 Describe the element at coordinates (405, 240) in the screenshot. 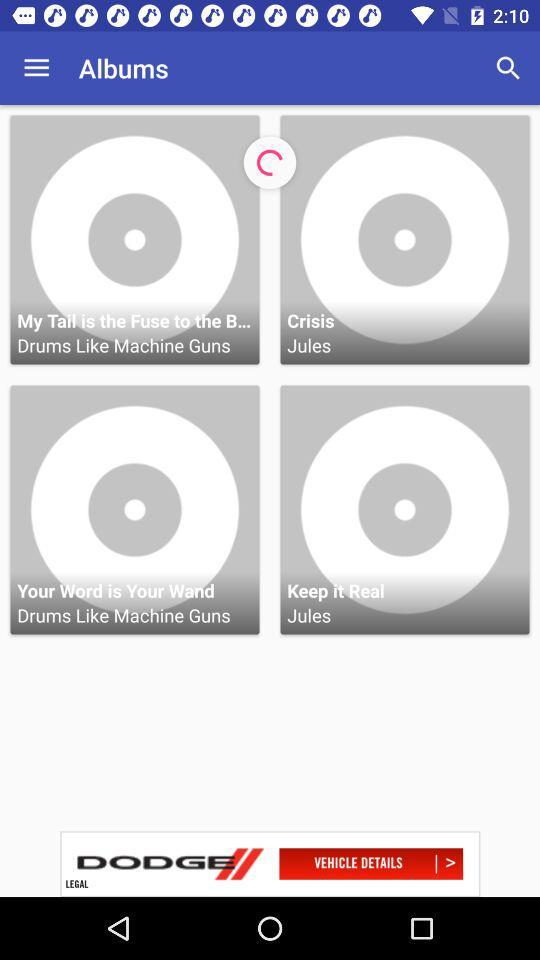

I see `the crisis jules music album` at that location.